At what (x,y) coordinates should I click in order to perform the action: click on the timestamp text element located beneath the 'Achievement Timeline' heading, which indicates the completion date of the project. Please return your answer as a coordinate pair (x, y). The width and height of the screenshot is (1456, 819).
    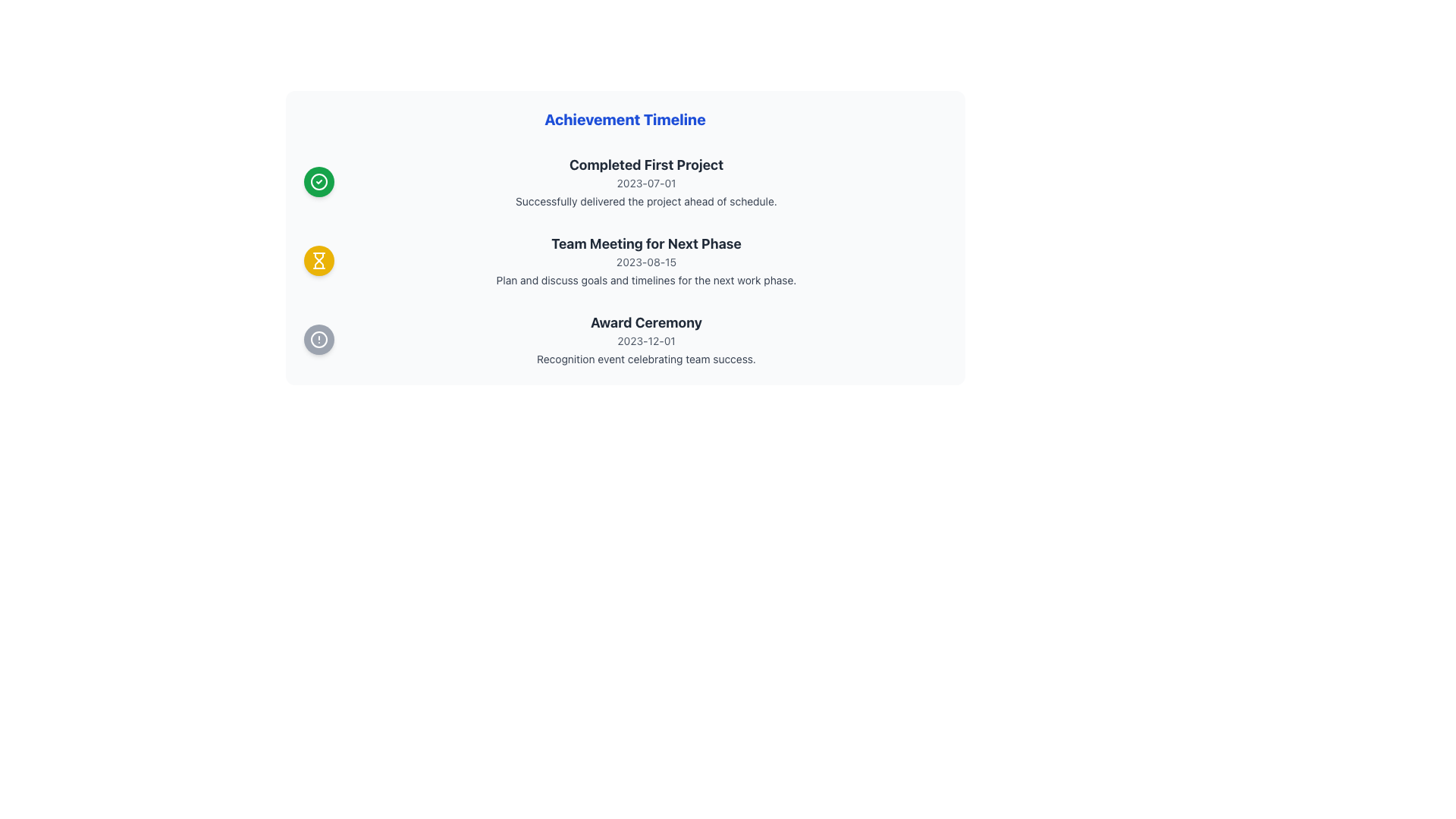
    Looking at the image, I should click on (646, 183).